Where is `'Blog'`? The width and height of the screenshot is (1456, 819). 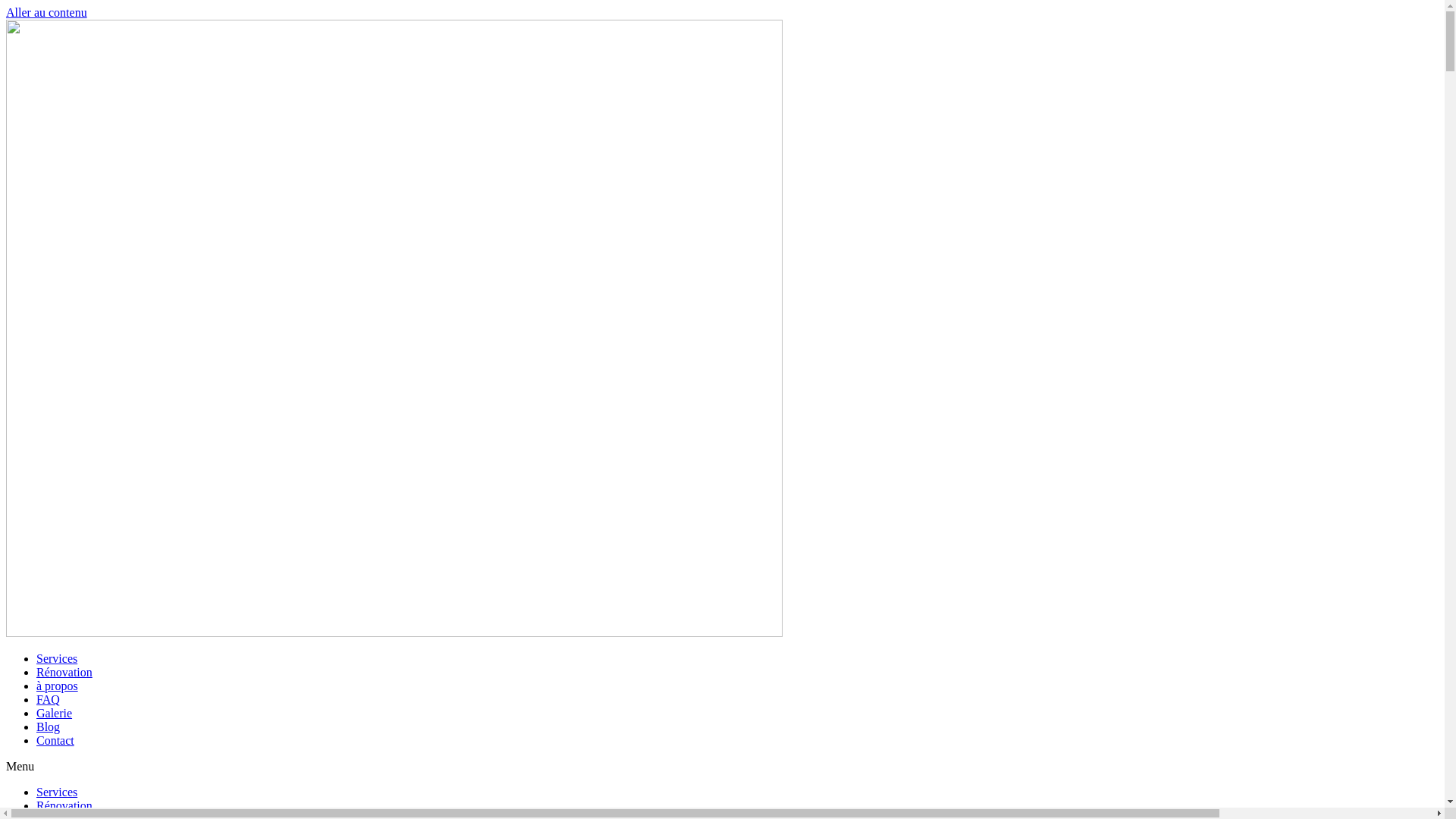
'Blog' is located at coordinates (36, 726).